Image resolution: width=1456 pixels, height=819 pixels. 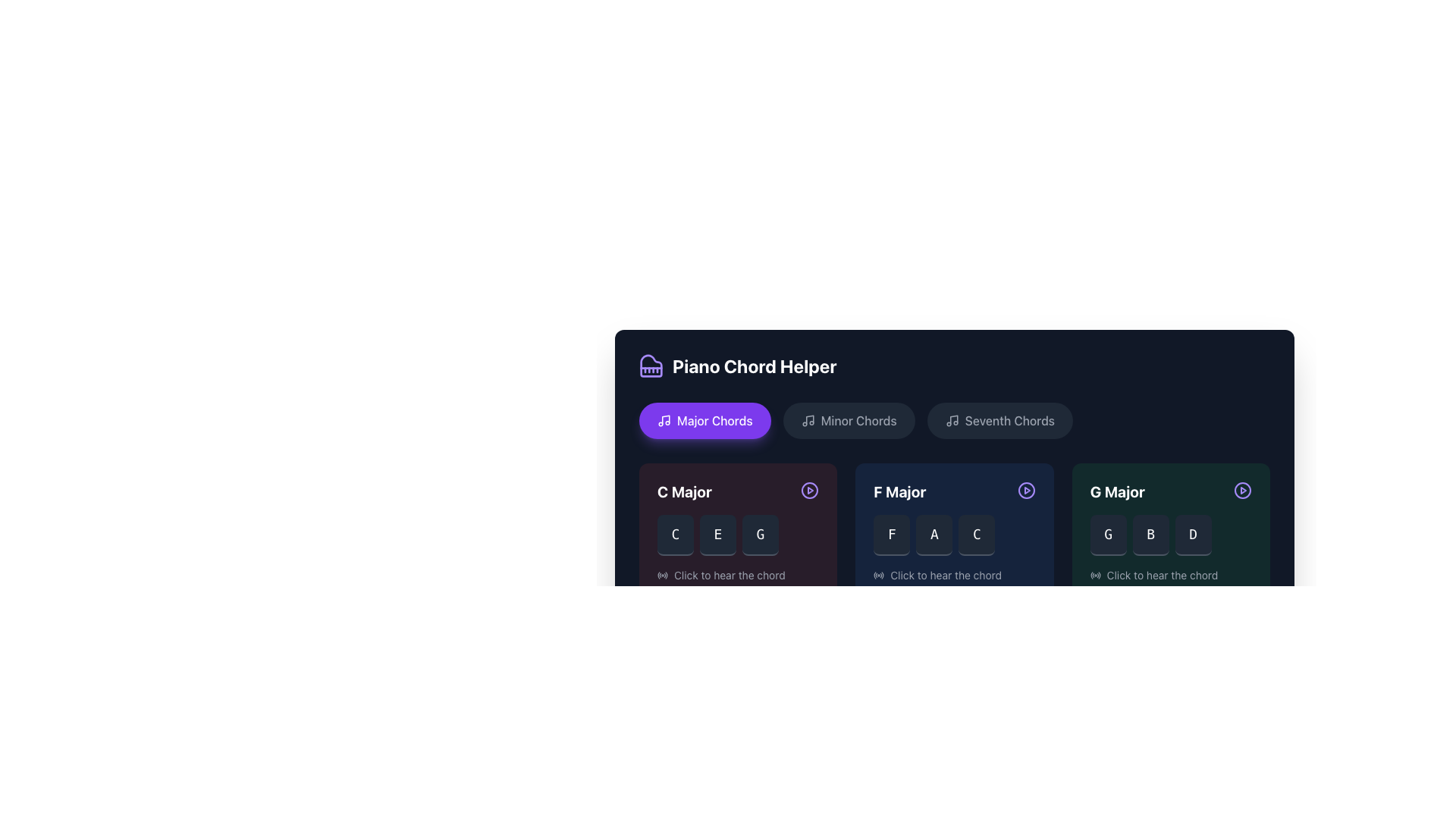 I want to click on the dark rectangular button with rounded corners labeled 'E' in white, located in the 'C Major' section at the bottom-left of the interface, so click(x=717, y=534).